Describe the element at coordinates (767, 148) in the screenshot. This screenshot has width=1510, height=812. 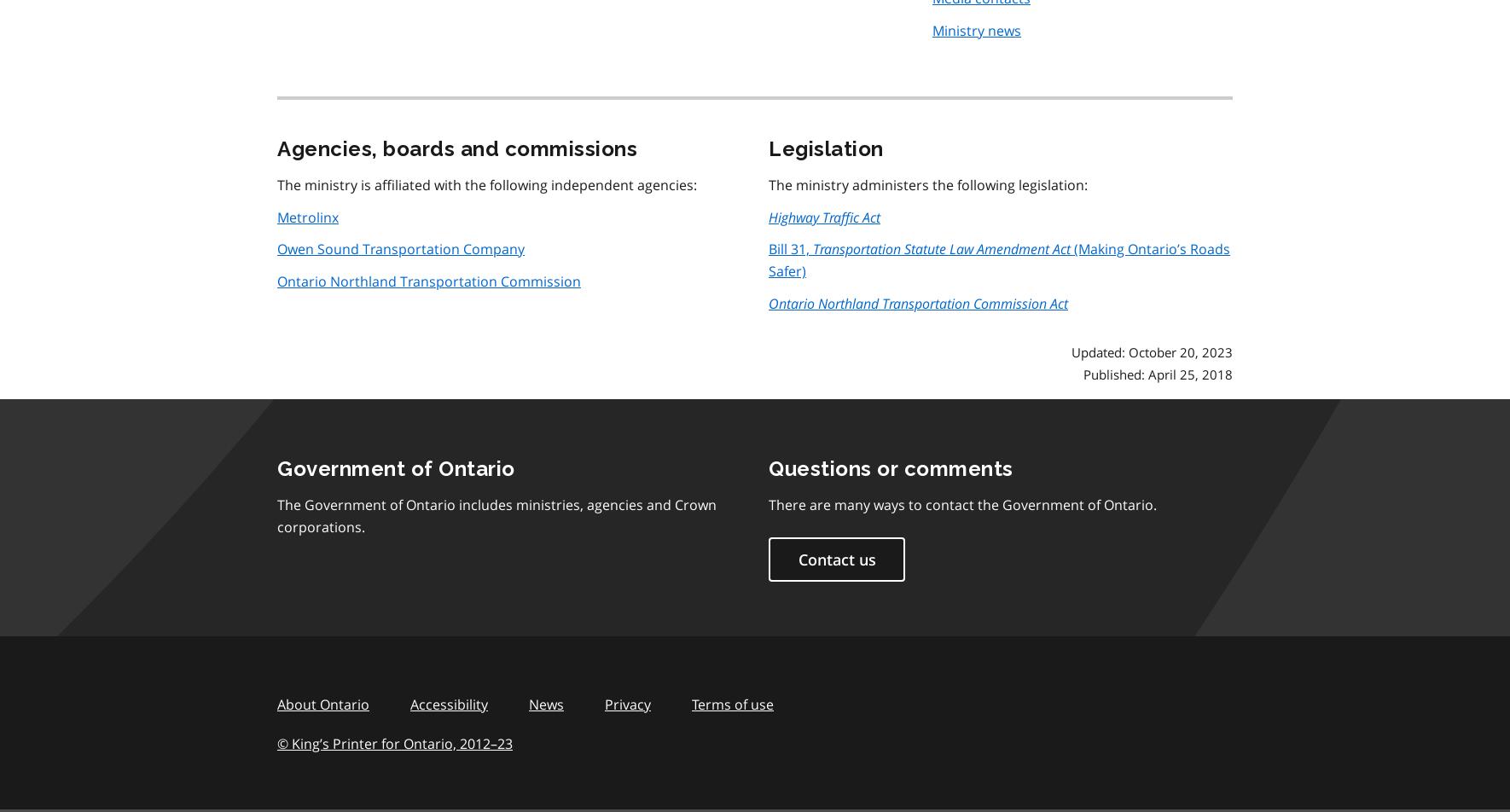
I see `'Legislation'` at that location.